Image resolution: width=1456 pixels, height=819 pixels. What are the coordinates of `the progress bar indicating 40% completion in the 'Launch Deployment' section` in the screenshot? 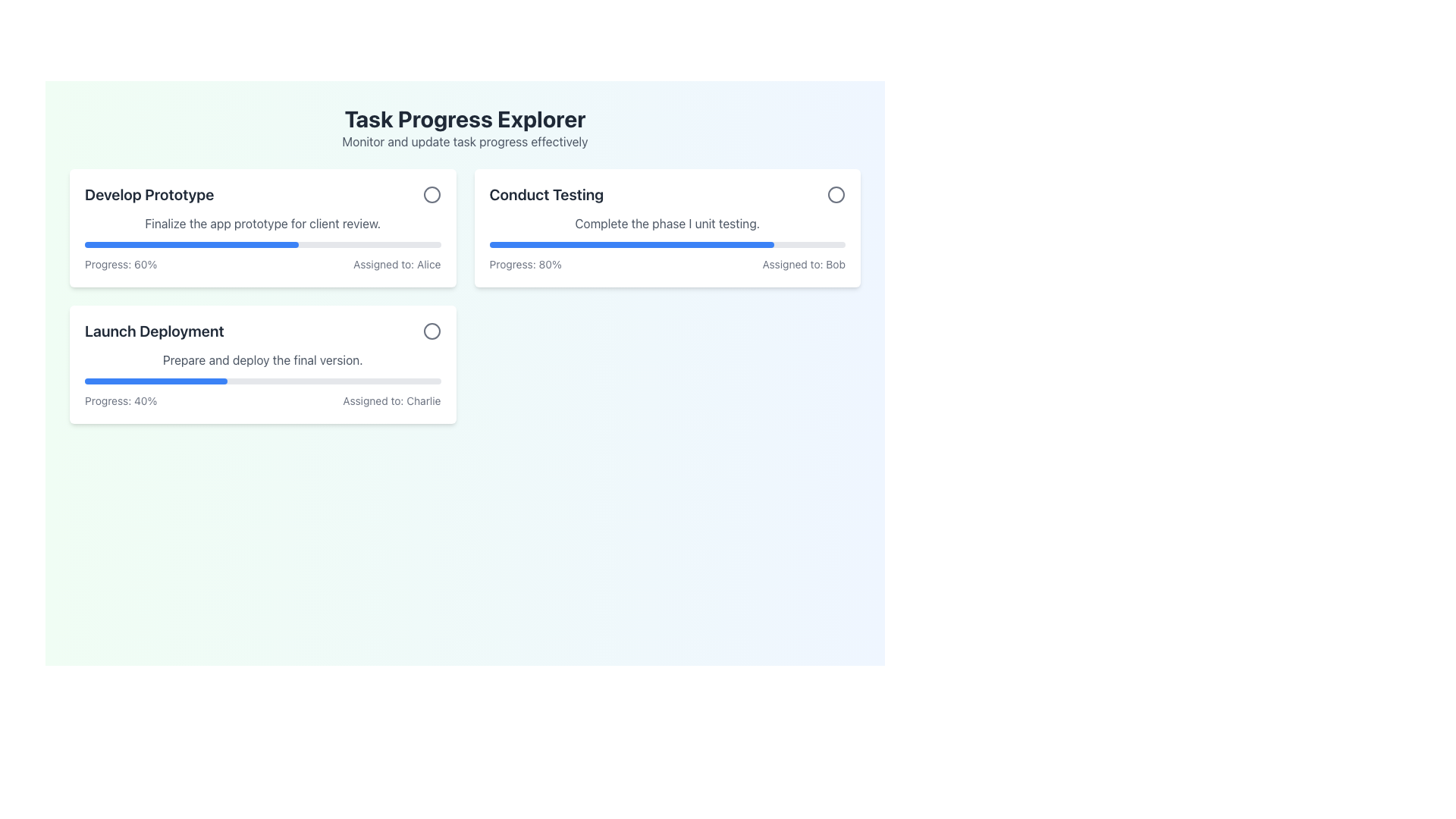 It's located at (262, 380).